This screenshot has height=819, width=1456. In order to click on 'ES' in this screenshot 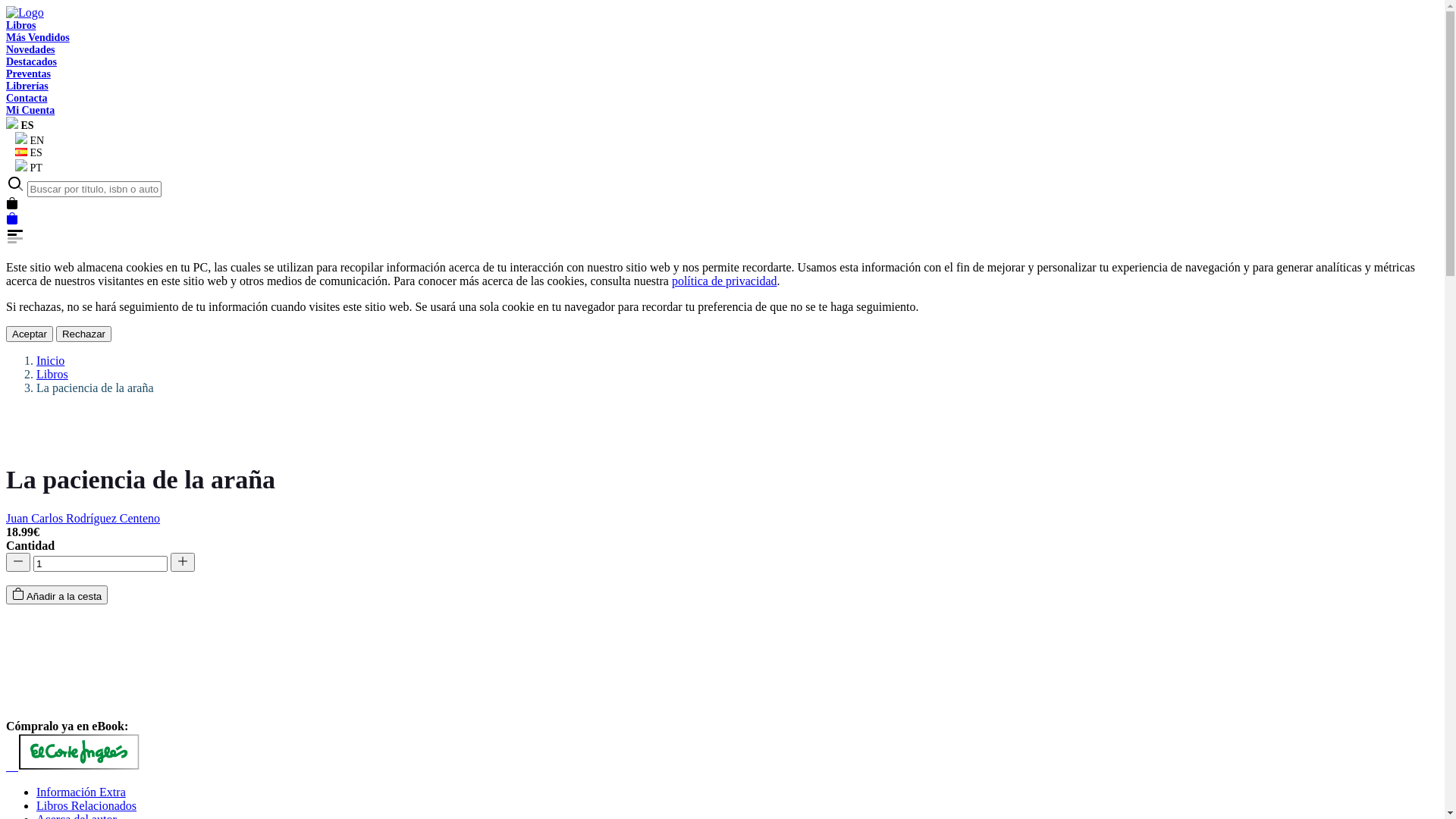, I will do `click(24, 152)`.